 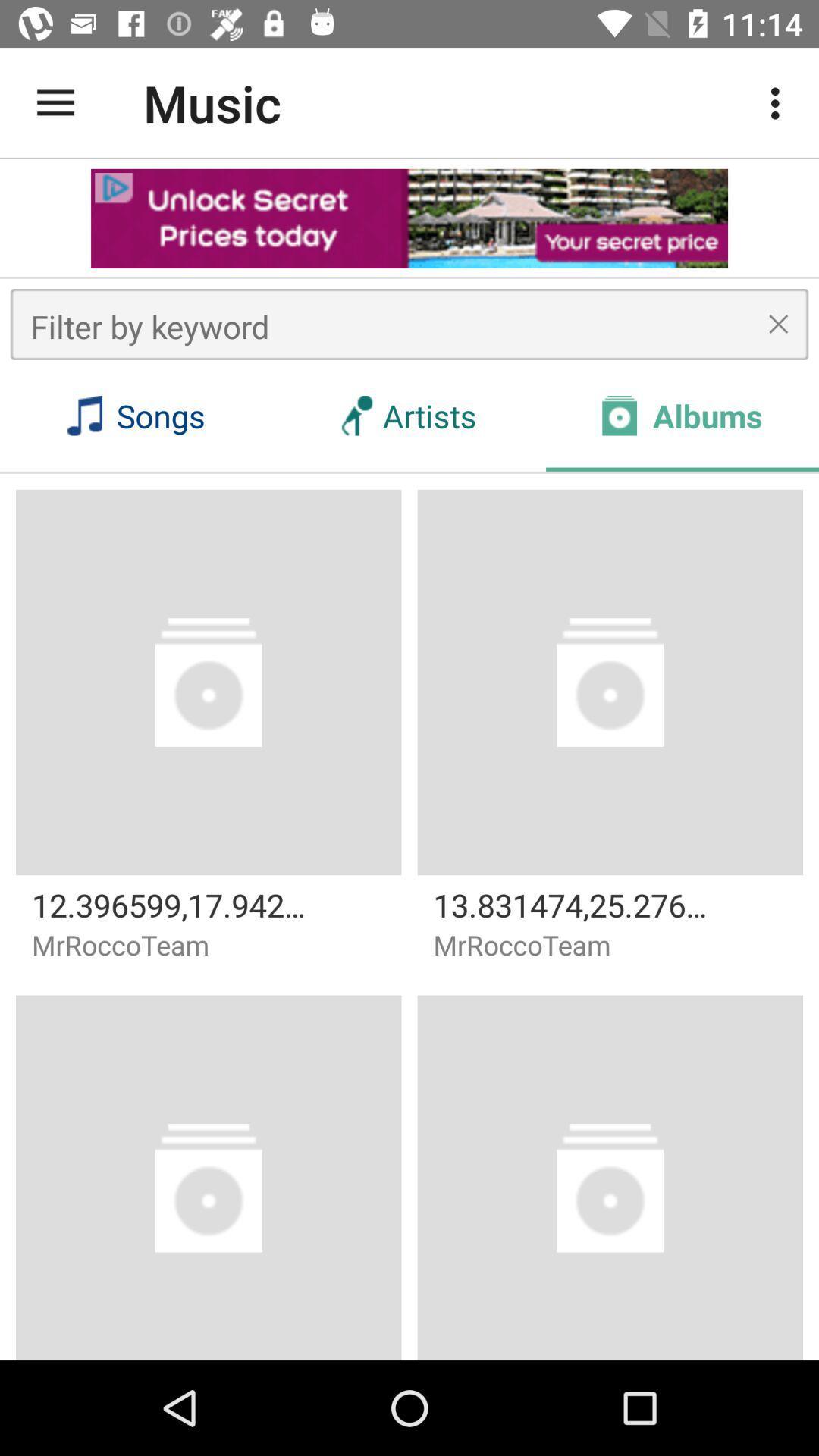 I want to click on the box above songs at the top of the page, so click(x=409, y=323).